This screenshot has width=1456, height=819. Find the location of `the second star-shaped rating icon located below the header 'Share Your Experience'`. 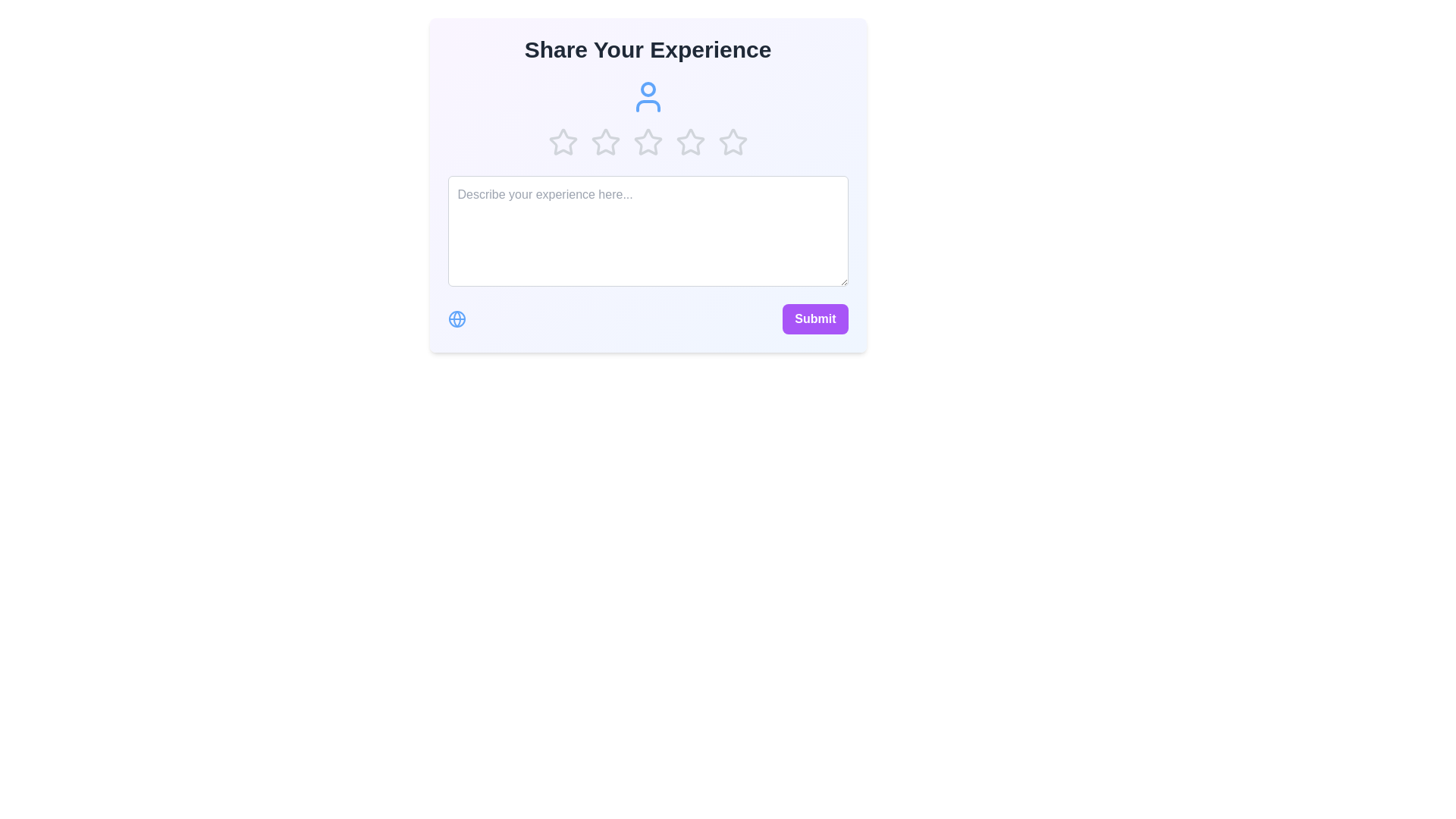

the second star-shaped rating icon located below the header 'Share Your Experience' is located at coordinates (648, 142).